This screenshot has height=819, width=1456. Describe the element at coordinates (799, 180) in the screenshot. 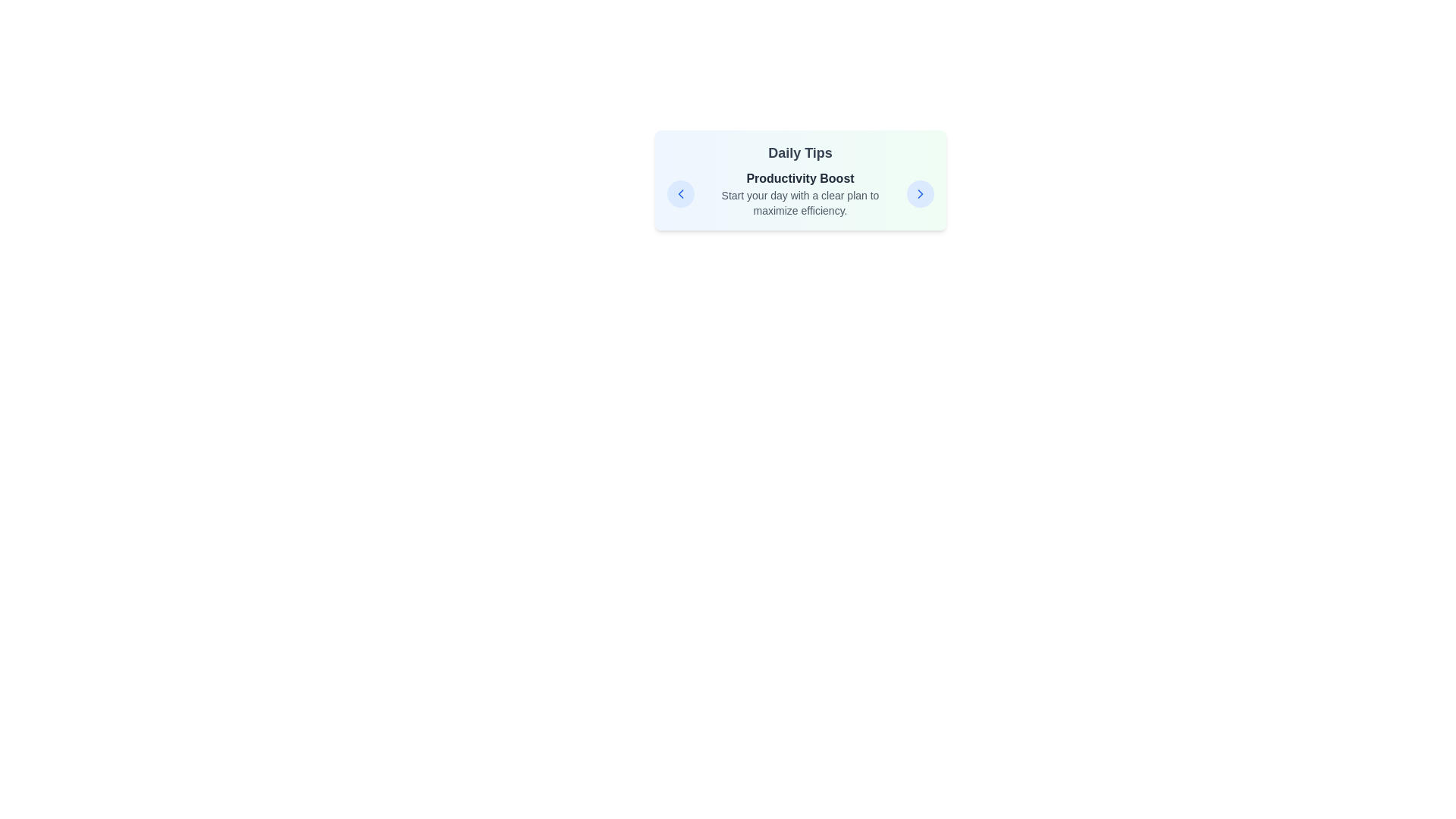

I see `the text area to focus on it for accessibility` at that location.